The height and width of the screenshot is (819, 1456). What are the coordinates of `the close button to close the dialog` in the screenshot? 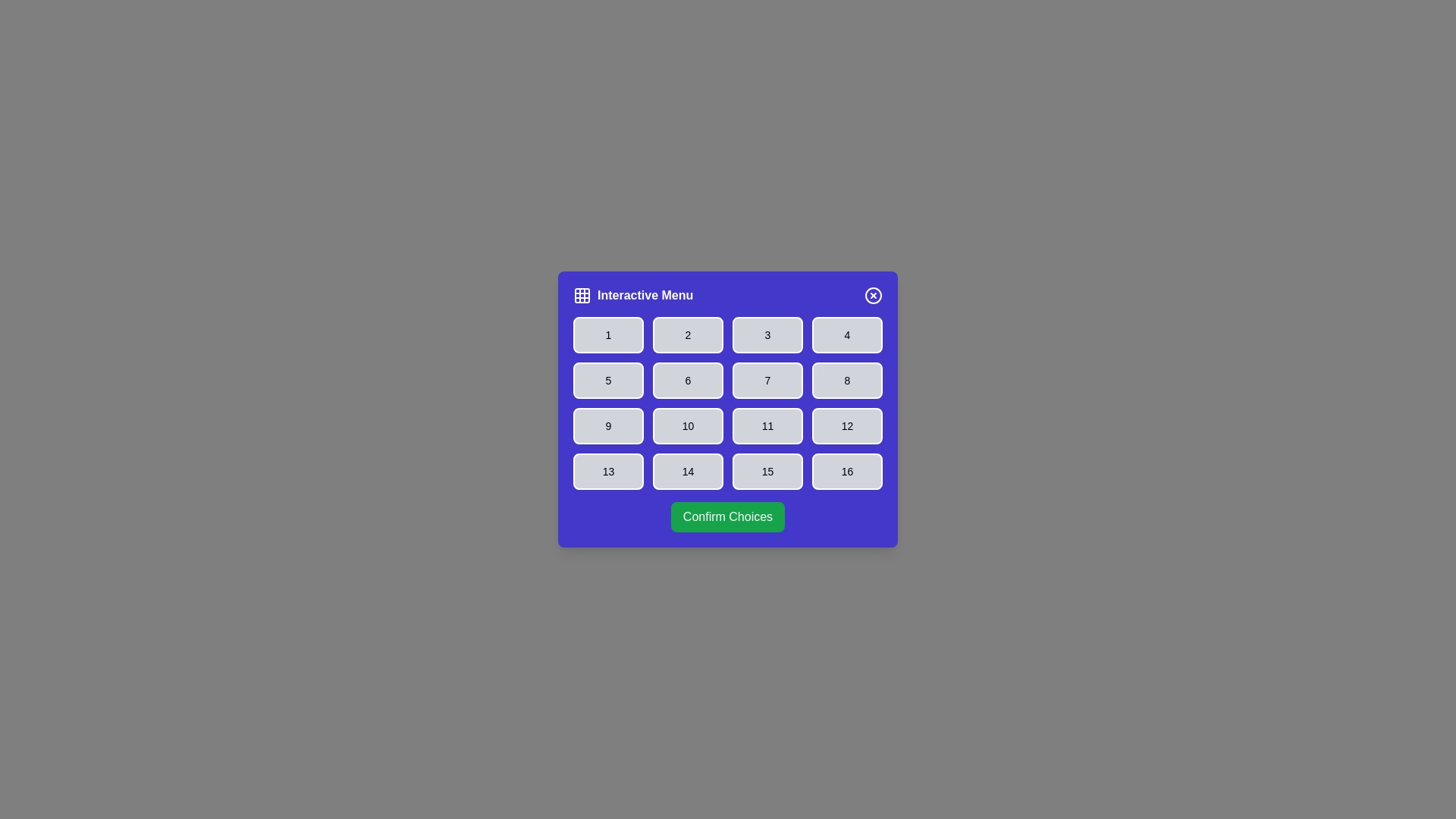 It's located at (874, 295).